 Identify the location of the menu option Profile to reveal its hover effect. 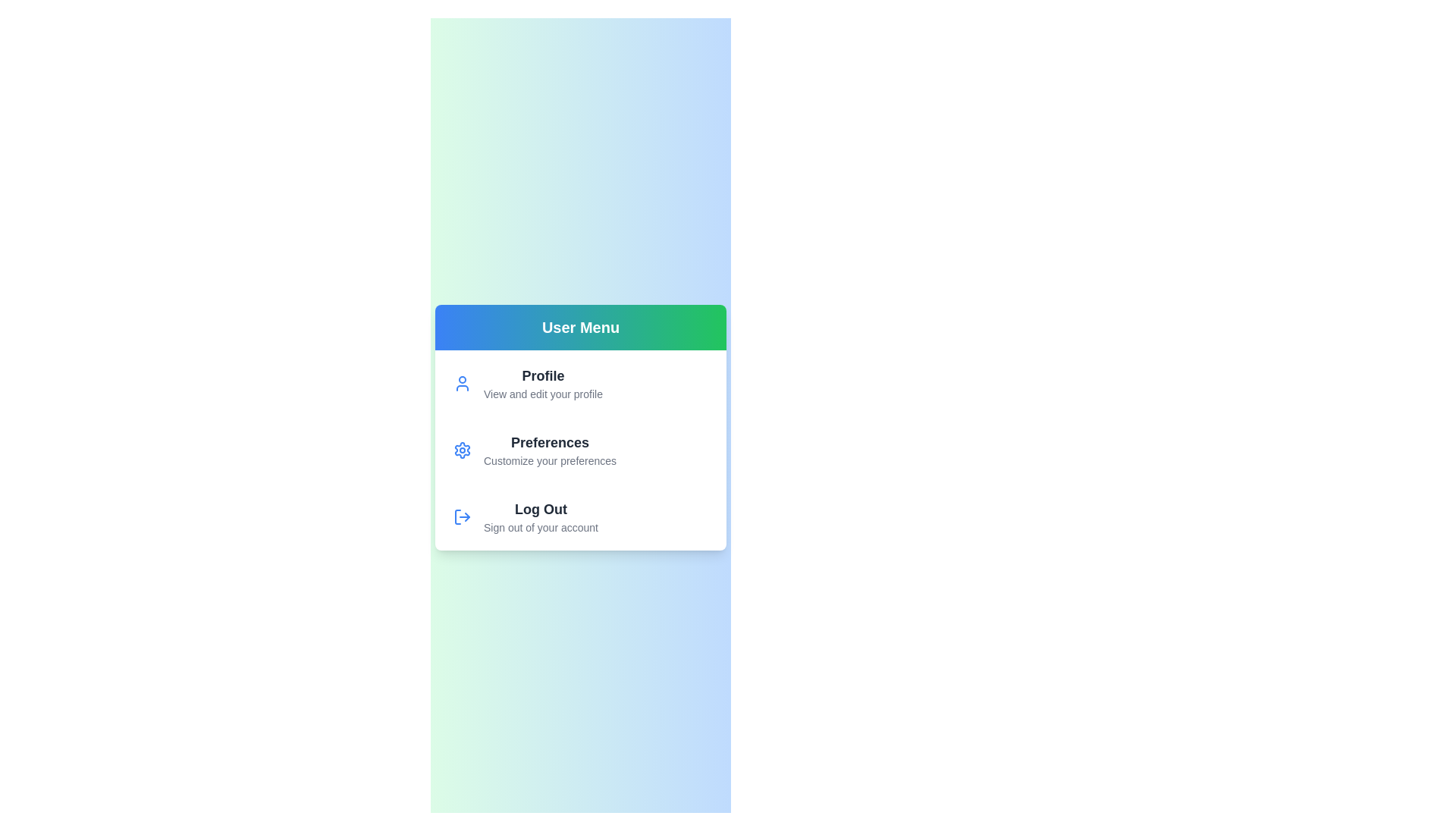
(542, 382).